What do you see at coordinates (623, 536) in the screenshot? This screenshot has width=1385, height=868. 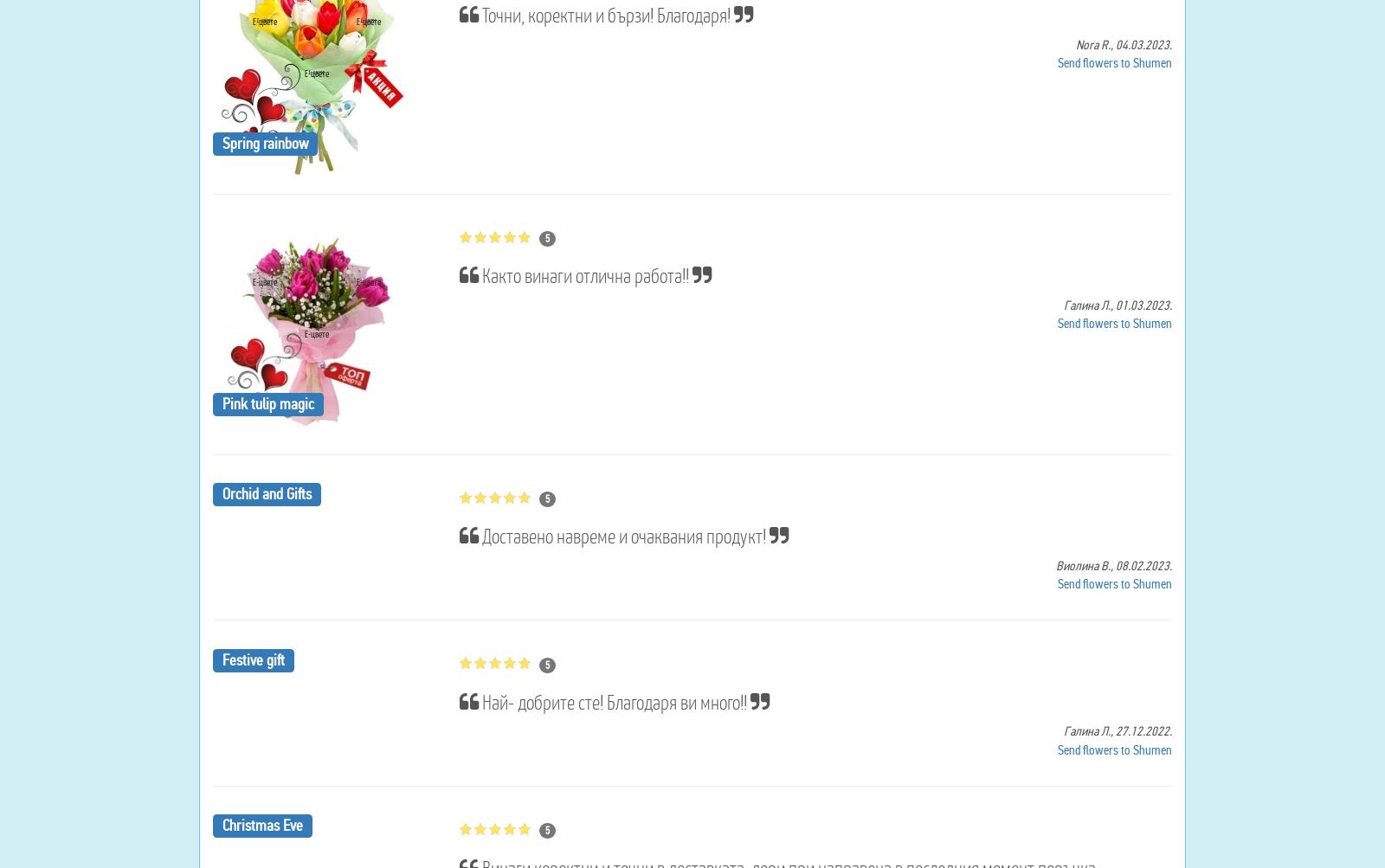 I see `'Доставено навреме и очаквания продукт!'` at bounding box center [623, 536].